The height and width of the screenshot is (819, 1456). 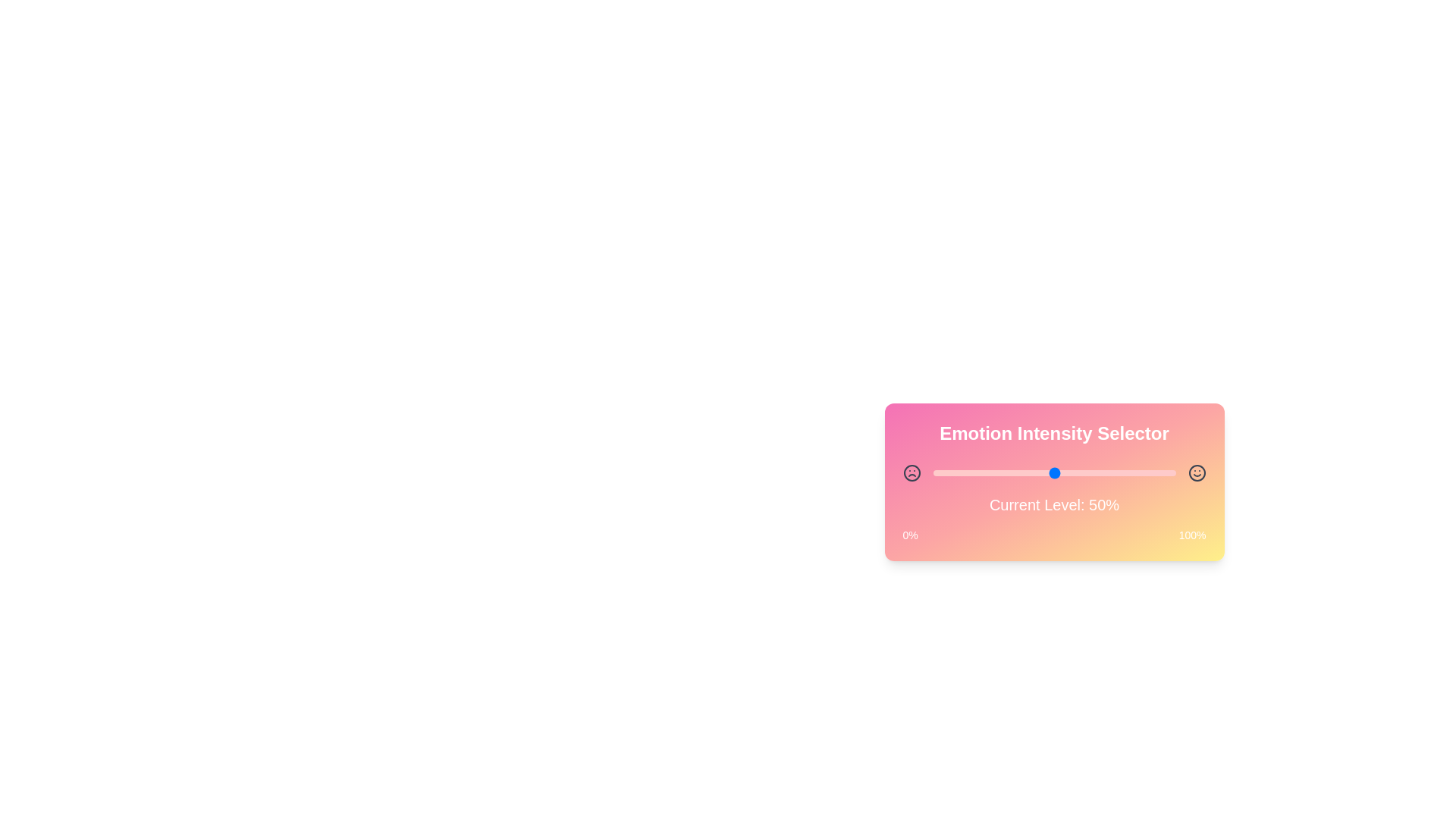 I want to click on the emotion level to 93% by interacting with the slider, so click(x=1158, y=472).